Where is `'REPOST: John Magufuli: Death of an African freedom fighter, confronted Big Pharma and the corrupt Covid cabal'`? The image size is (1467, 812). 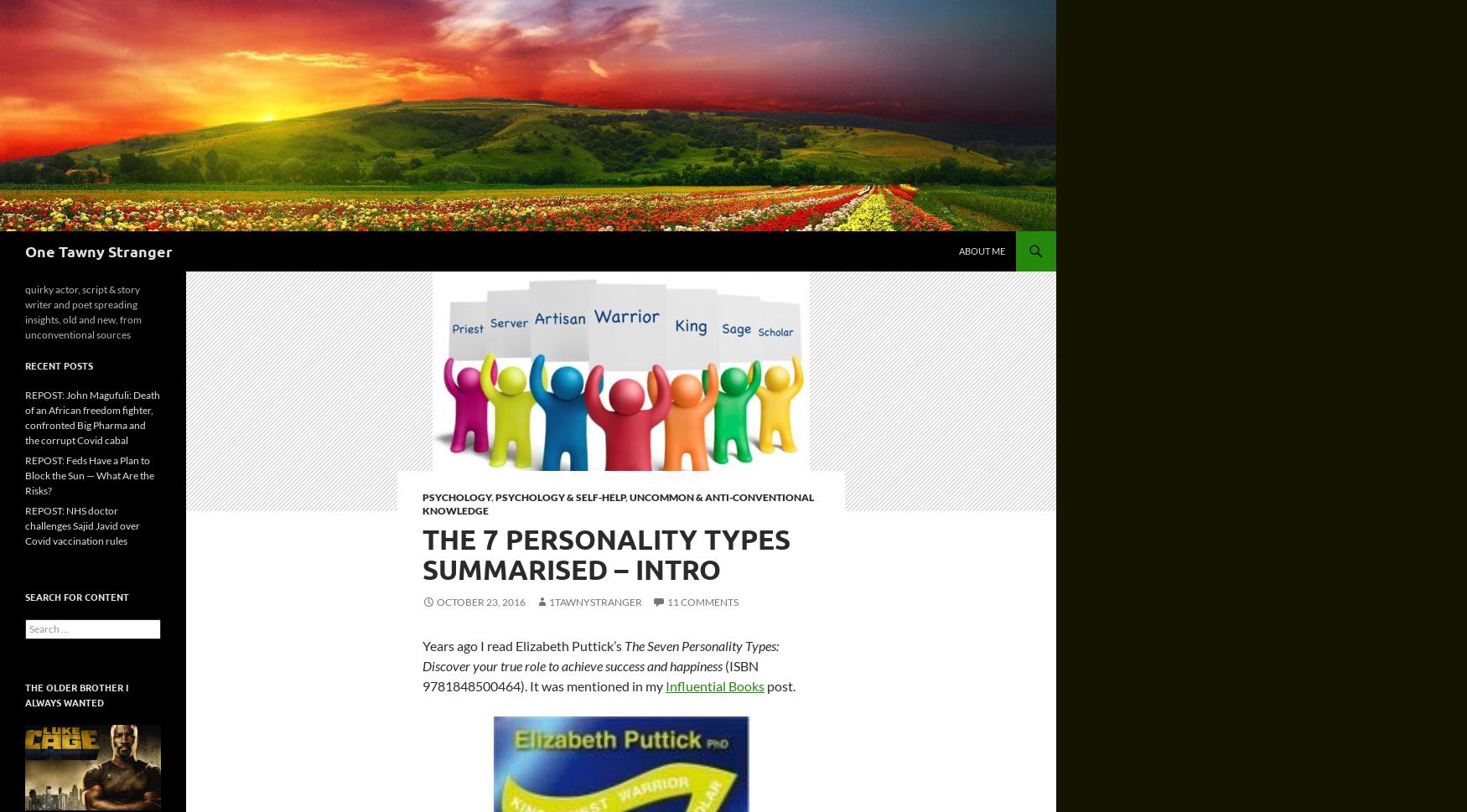 'REPOST: John Magufuli: Death of an African freedom fighter, confronted Big Pharma and the corrupt Covid cabal' is located at coordinates (92, 416).